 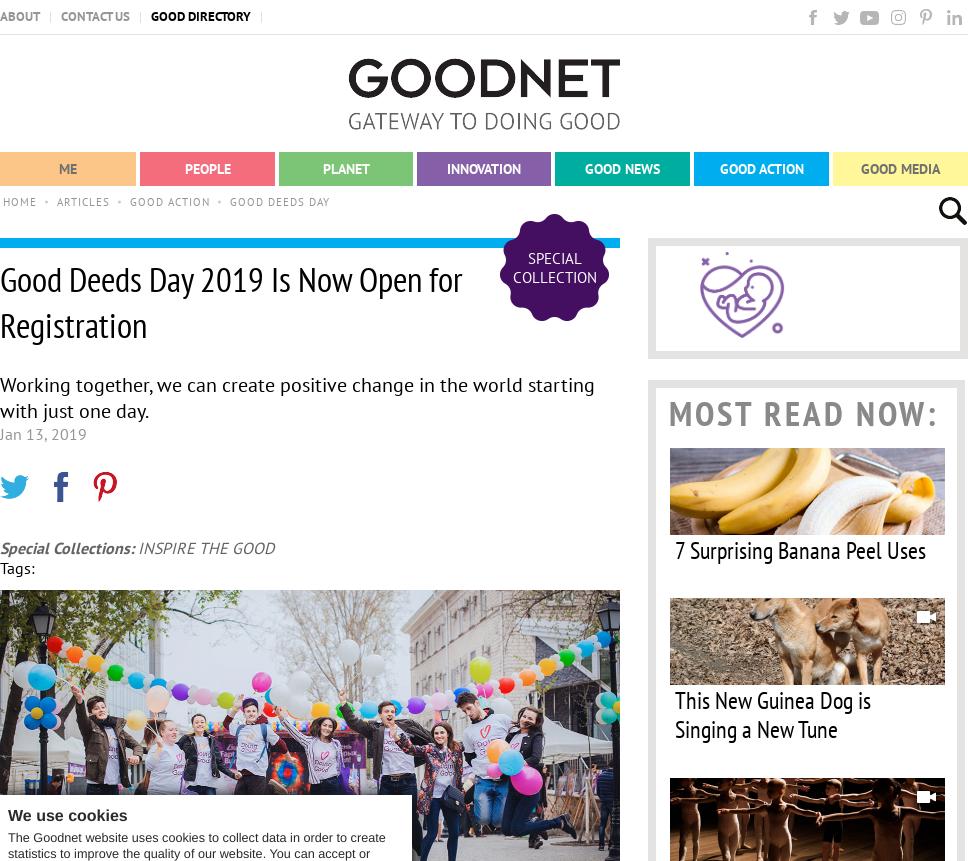 I want to click on 'Personal Growth', so click(x=15, y=273).